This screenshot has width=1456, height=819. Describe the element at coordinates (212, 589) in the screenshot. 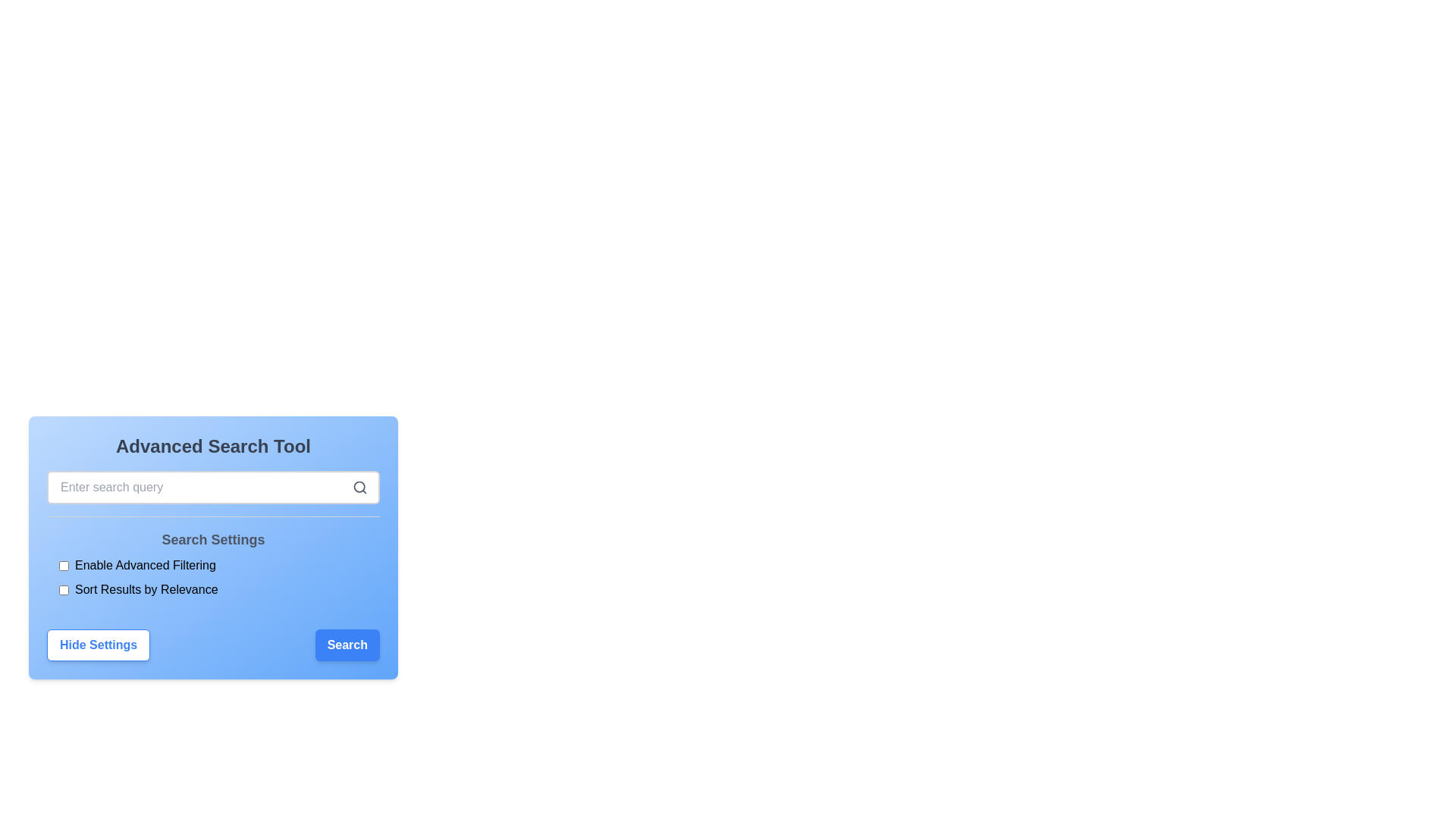

I see `the checkbox labeled 'Sort Results by Relevance'` at that location.